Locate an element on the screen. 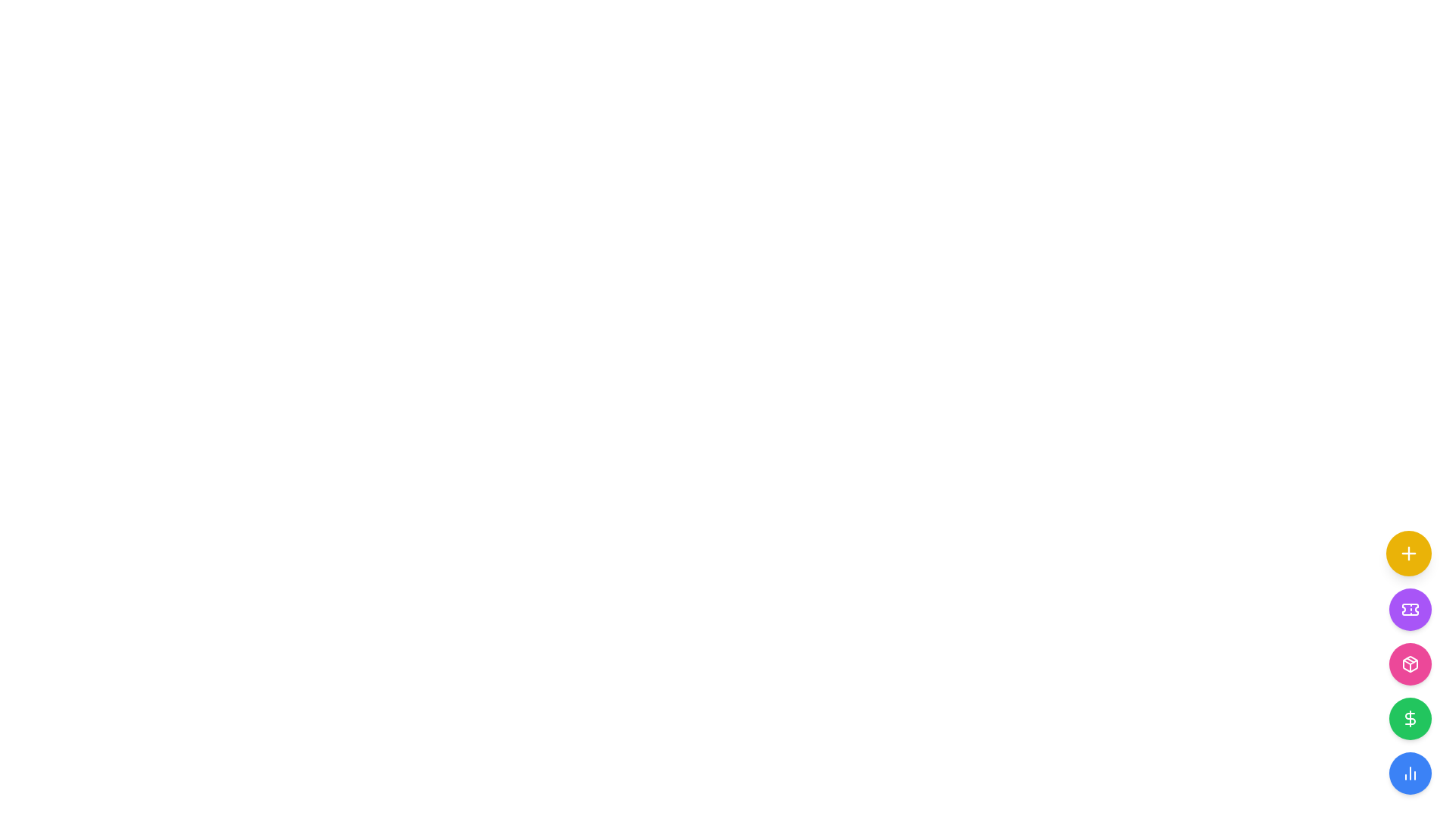 The height and width of the screenshot is (819, 1456). the fourth icon in the vertical sequence of circular icons on the right side of the interface, which has a dollar sign symbol is located at coordinates (1410, 718).